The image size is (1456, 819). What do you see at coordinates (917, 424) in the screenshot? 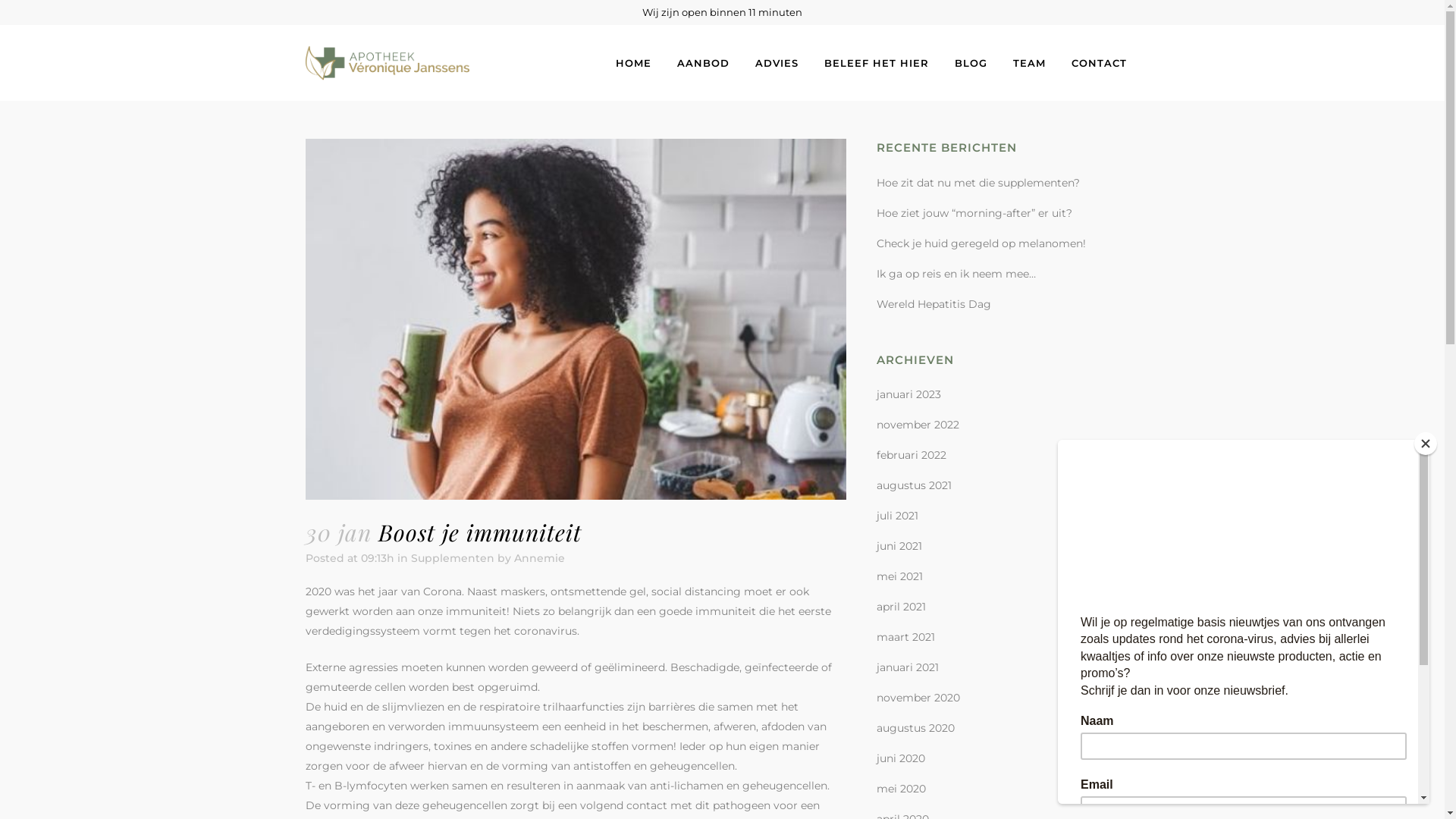
I see `'november 2022'` at bounding box center [917, 424].